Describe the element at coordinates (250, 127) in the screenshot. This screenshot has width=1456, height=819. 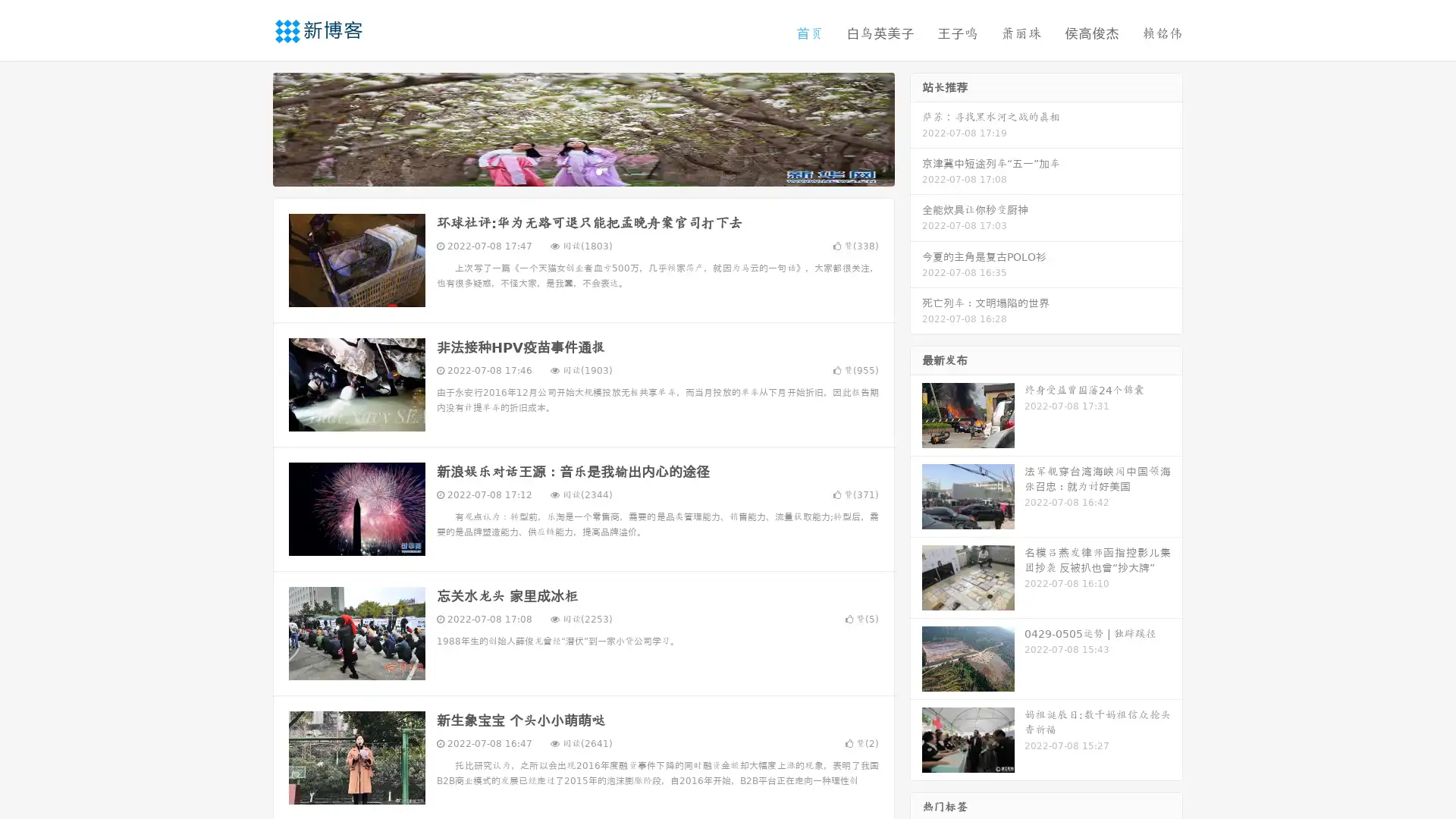
I see `Previous slide` at that location.